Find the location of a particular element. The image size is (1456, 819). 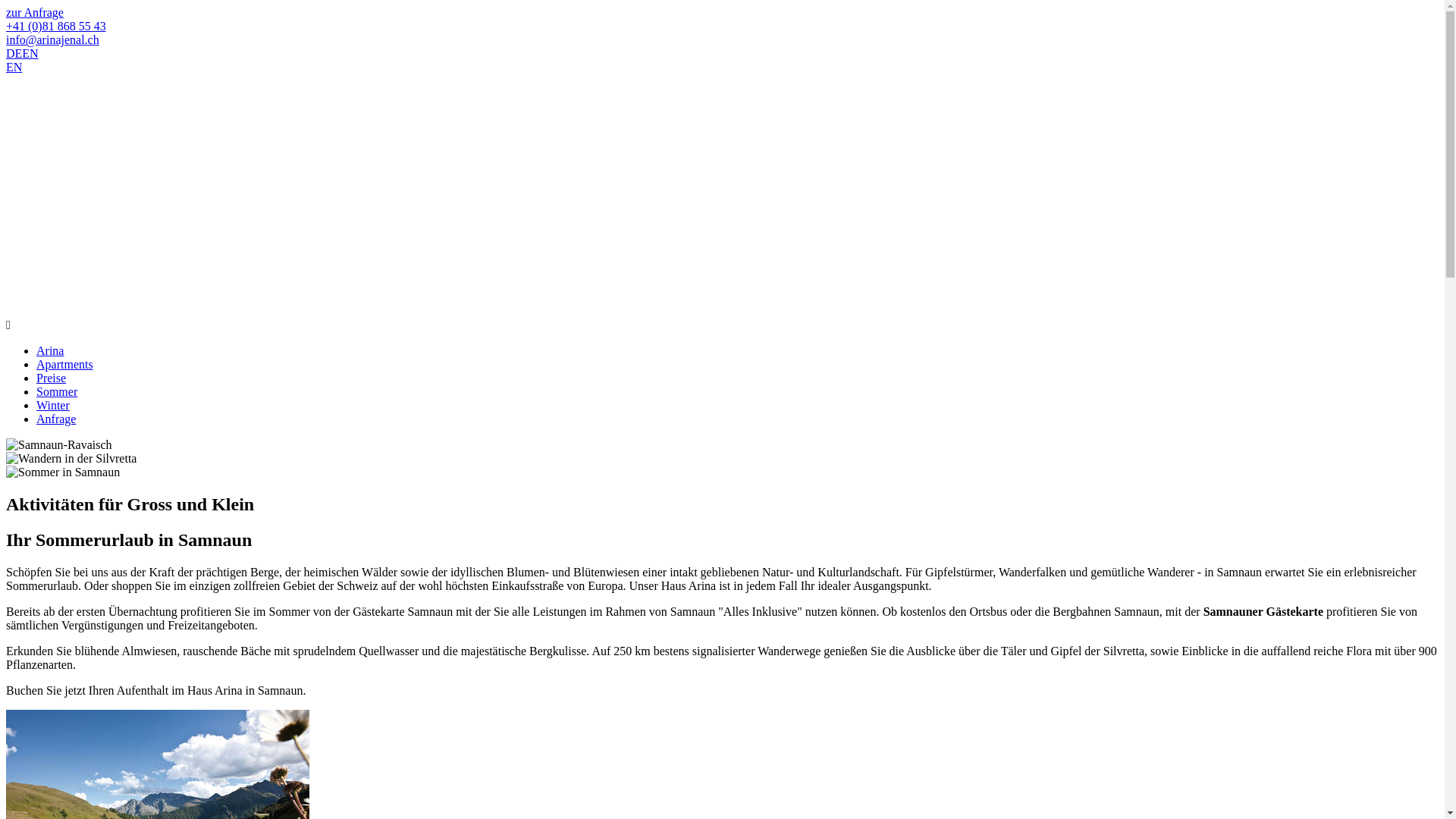

' Sommer in Samnaun' is located at coordinates (61, 472).